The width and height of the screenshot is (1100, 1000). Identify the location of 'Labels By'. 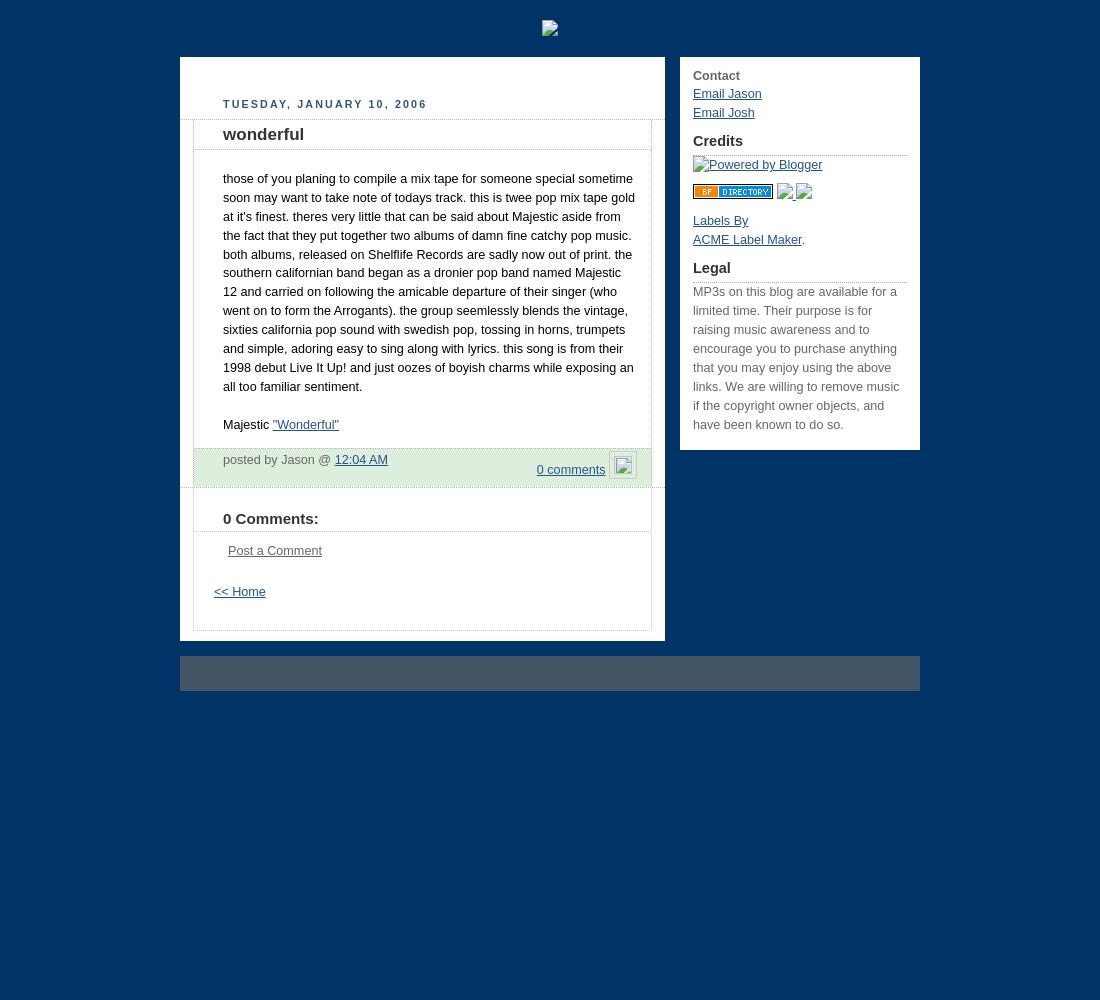
(719, 220).